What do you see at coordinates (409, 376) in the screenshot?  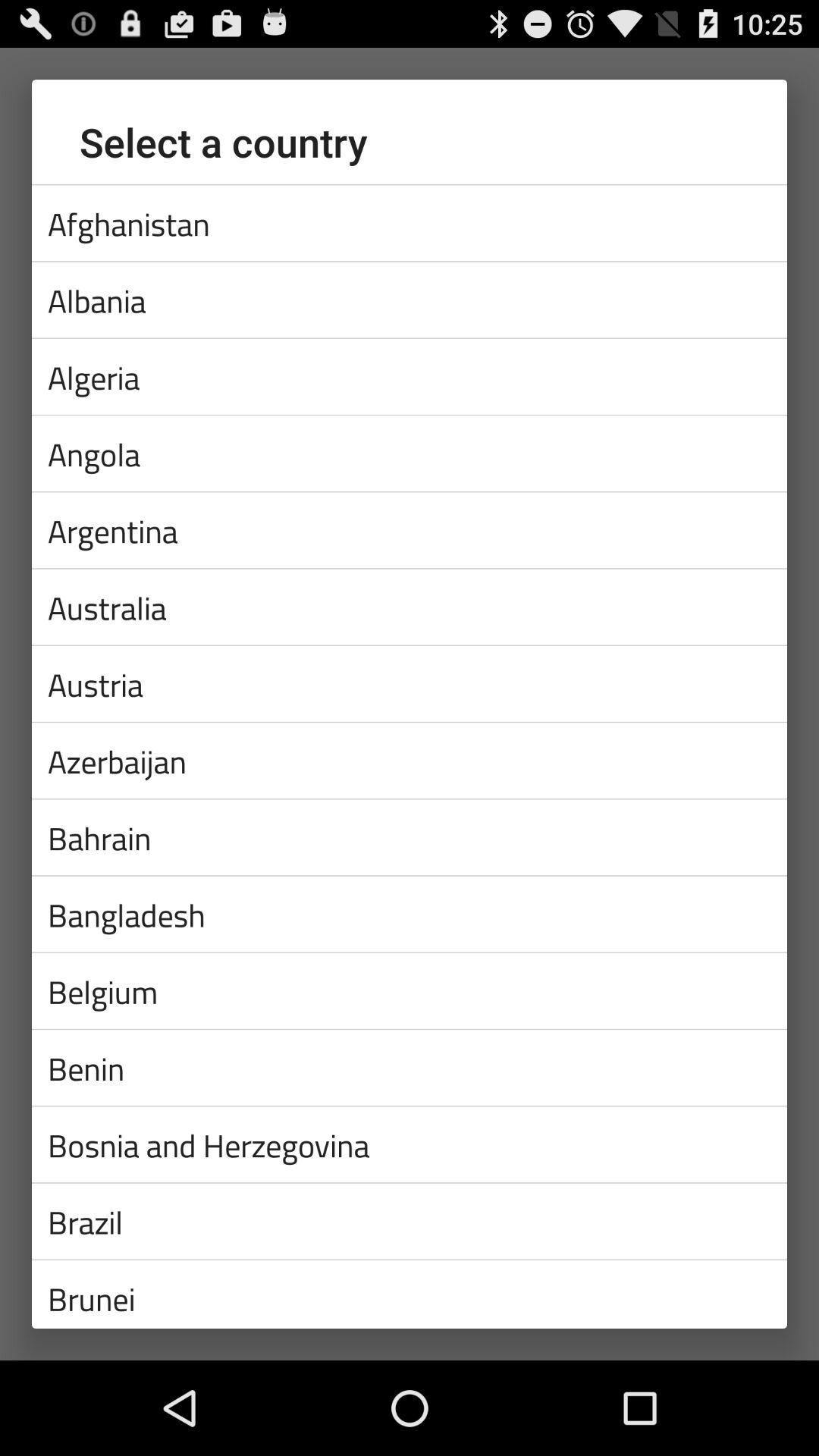 I see `the algeria icon` at bounding box center [409, 376].